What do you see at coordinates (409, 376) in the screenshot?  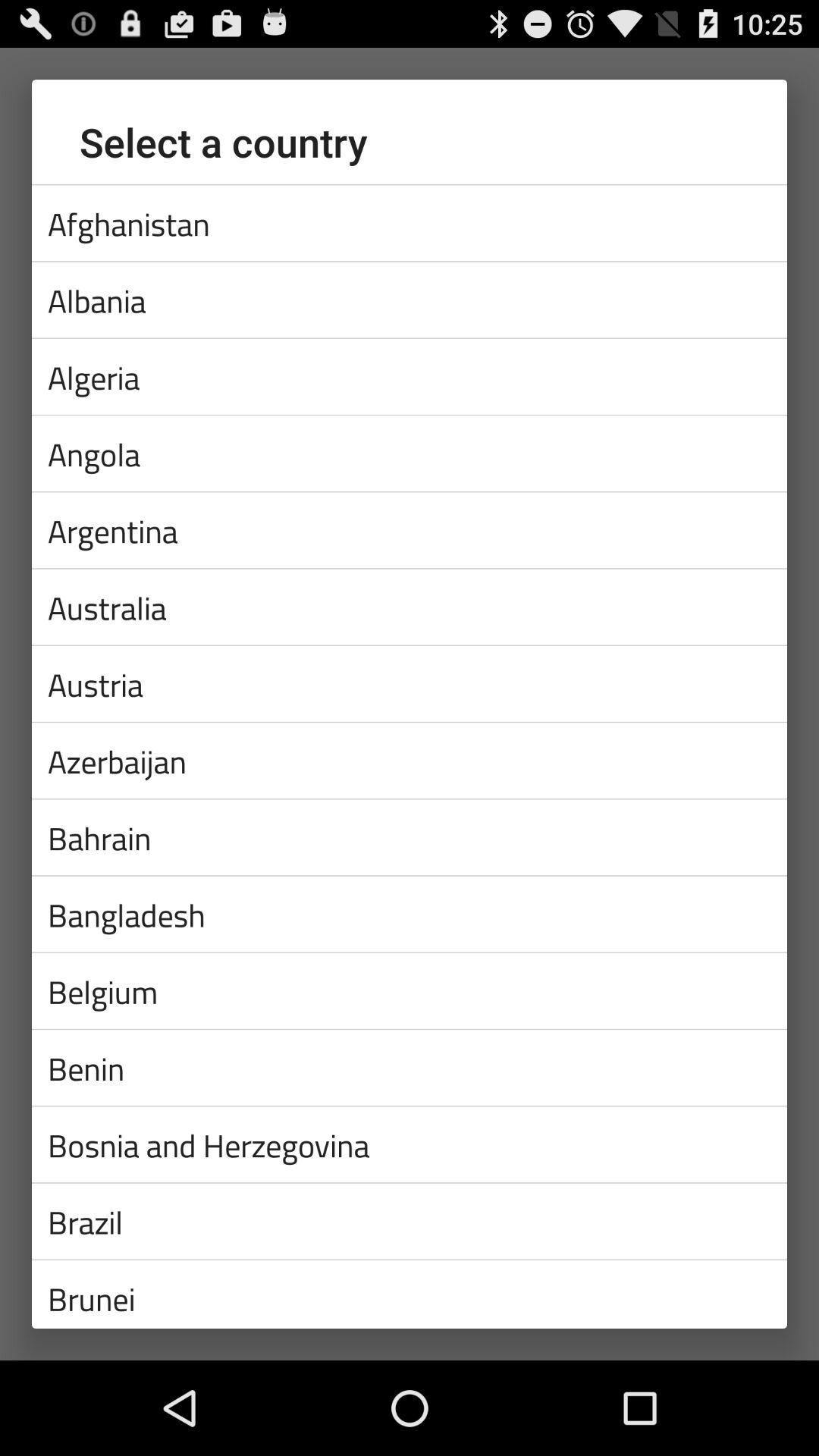 I see `the algeria icon` at bounding box center [409, 376].